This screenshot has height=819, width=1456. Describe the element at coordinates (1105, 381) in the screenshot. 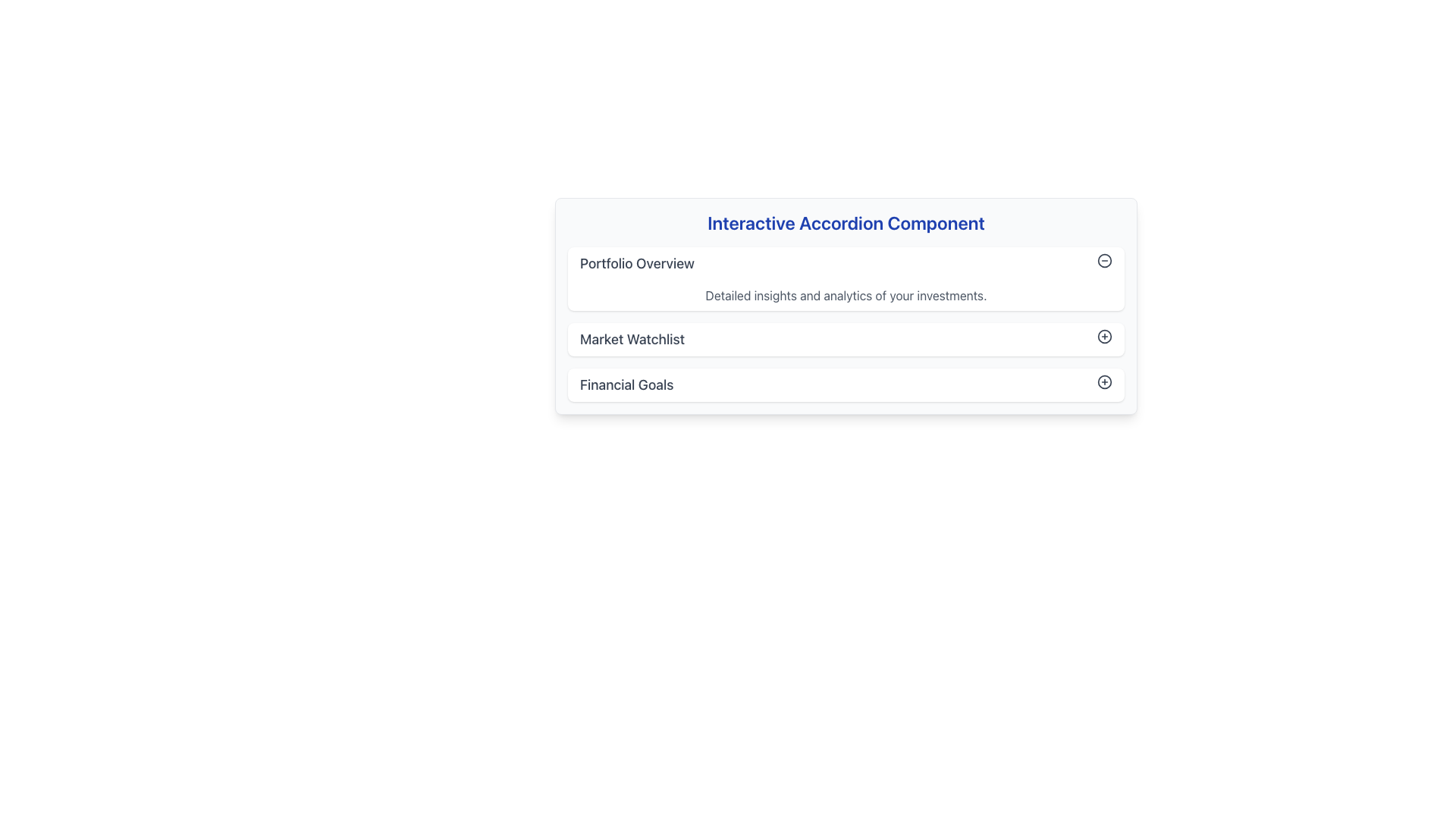

I see `the circular button with a black outline and a black plus sign (+) located at the far right side of the 'Financial Goals' section` at that location.